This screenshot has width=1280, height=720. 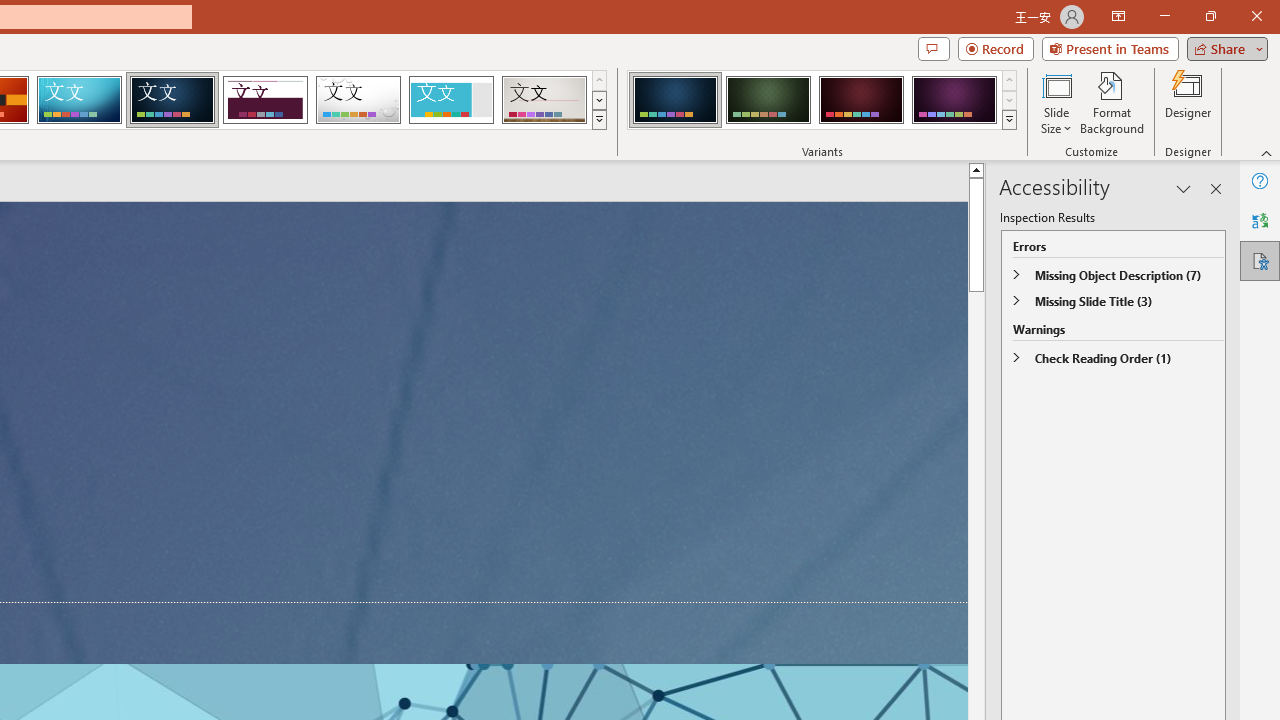 I want to click on 'Damask Variant 1', so click(x=675, y=100).